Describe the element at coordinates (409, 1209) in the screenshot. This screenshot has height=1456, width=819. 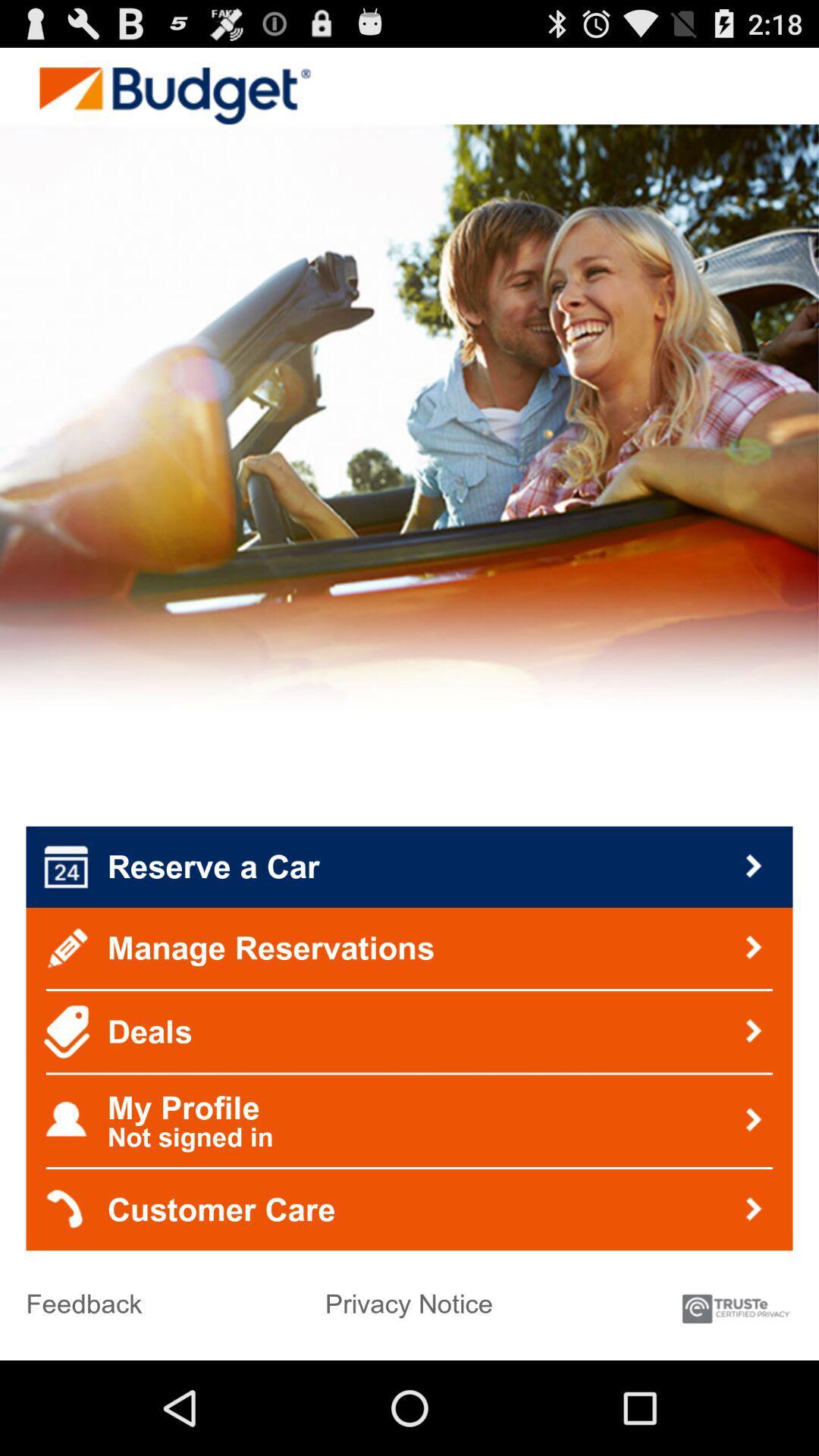
I see `icon above the feedback item` at that location.